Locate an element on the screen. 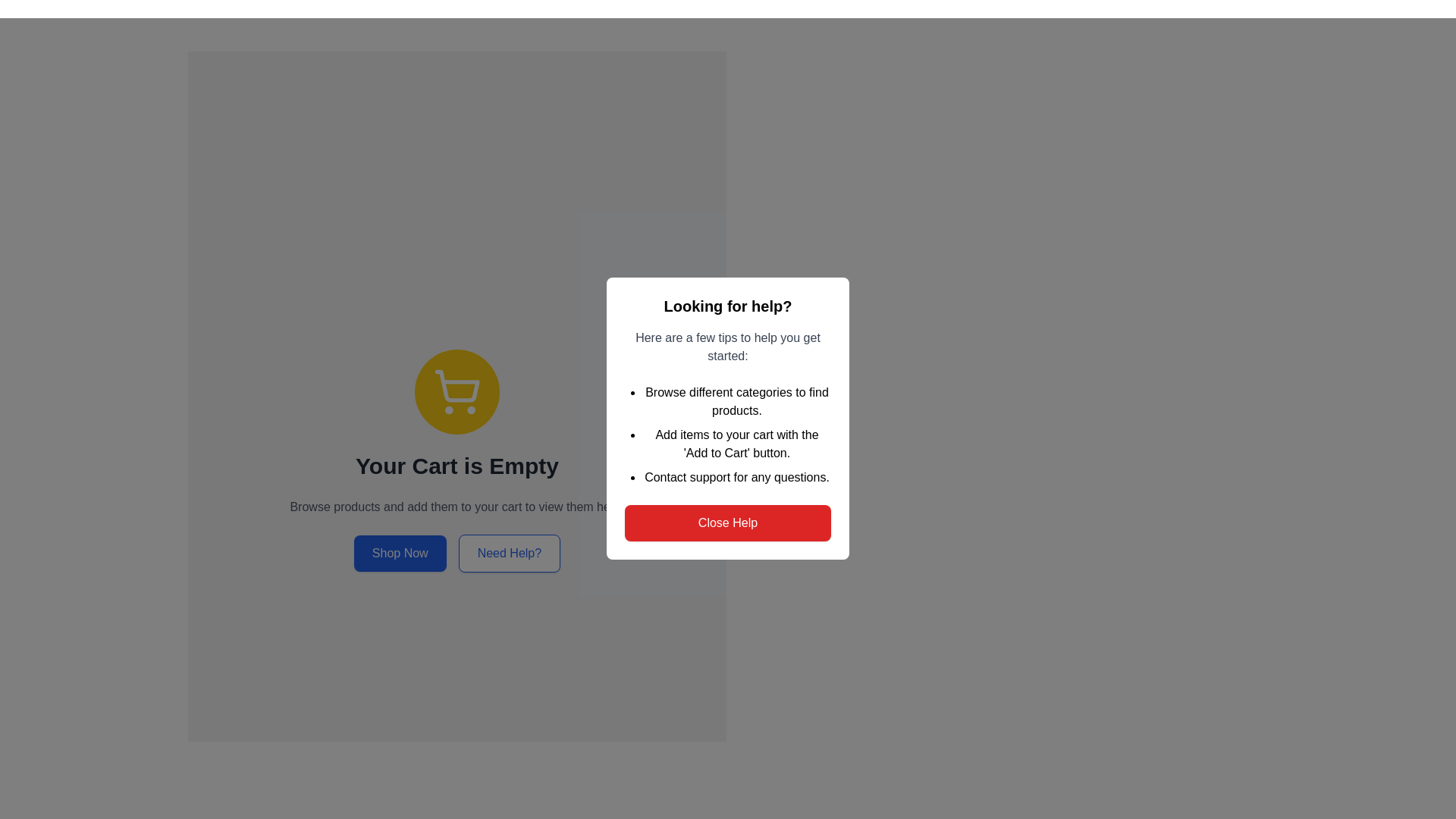 The height and width of the screenshot is (819, 1456). the text label displaying the message 'Browse products and add them to your cart is located at coordinates (457, 507).